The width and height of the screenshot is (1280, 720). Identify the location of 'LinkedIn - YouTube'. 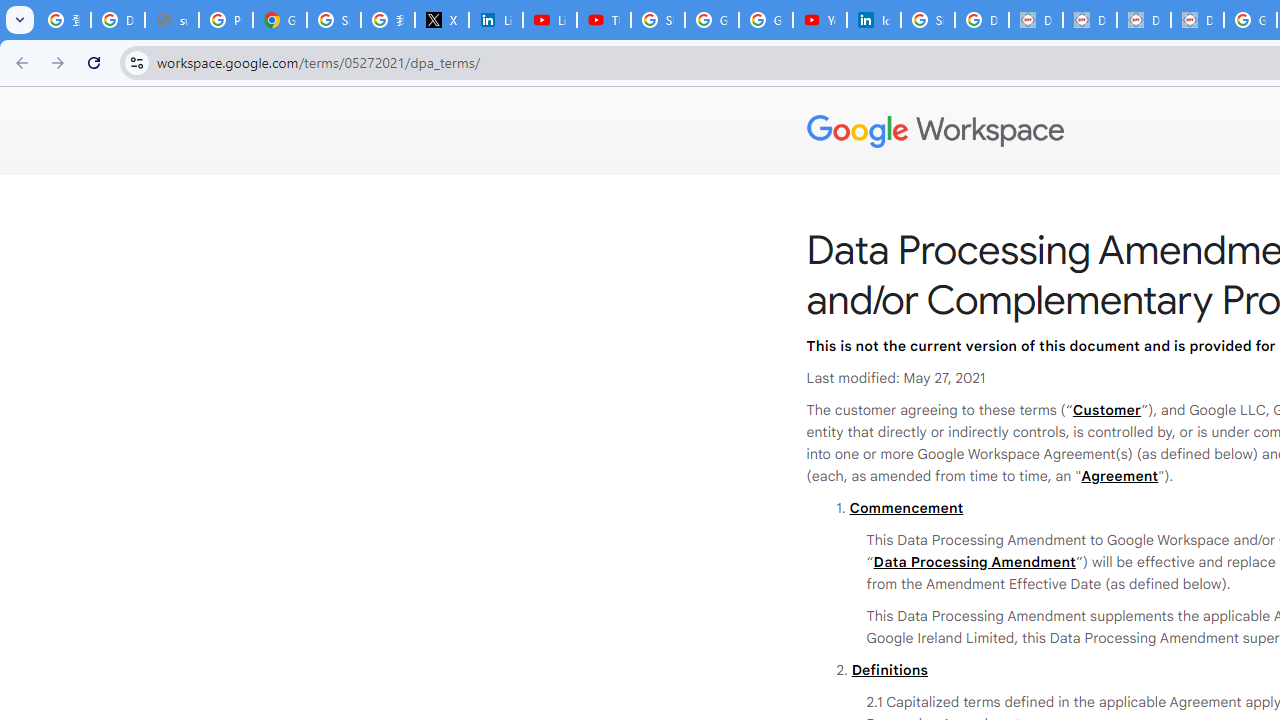
(550, 20).